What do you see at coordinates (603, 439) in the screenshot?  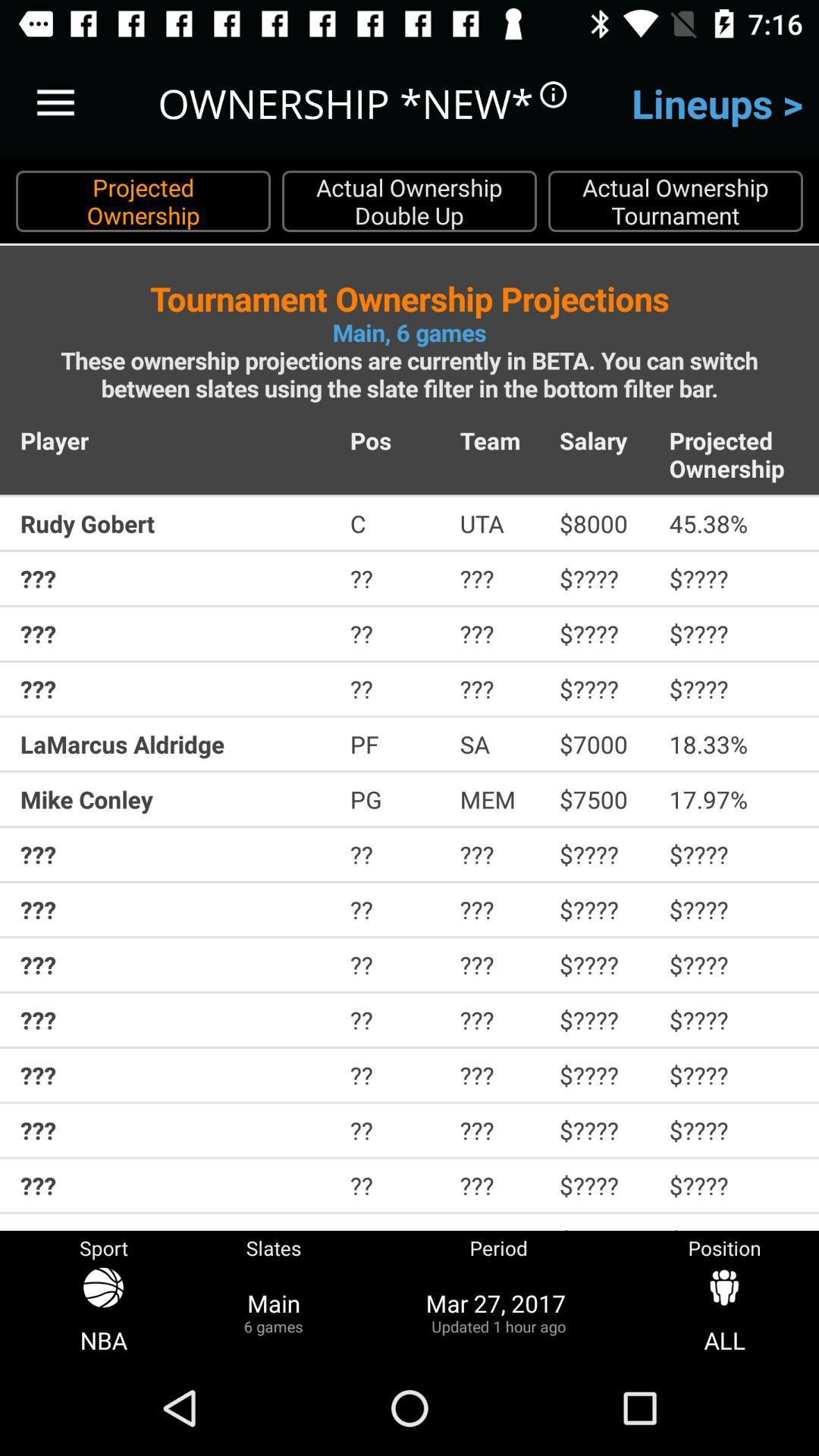 I see `salary icon` at bounding box center [603, 439].